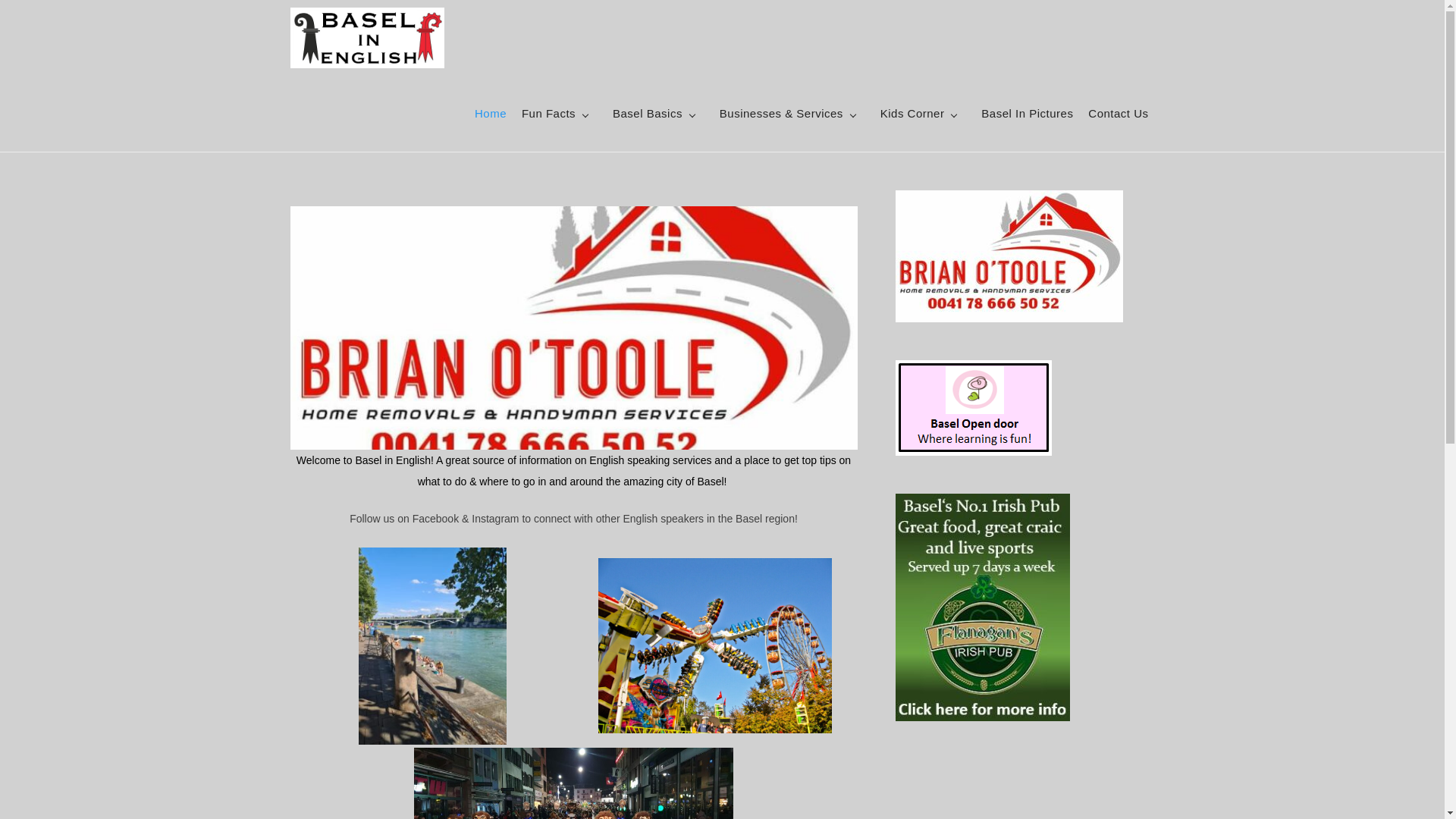  I want to click on 'Kids Corner', so click(874, 113).